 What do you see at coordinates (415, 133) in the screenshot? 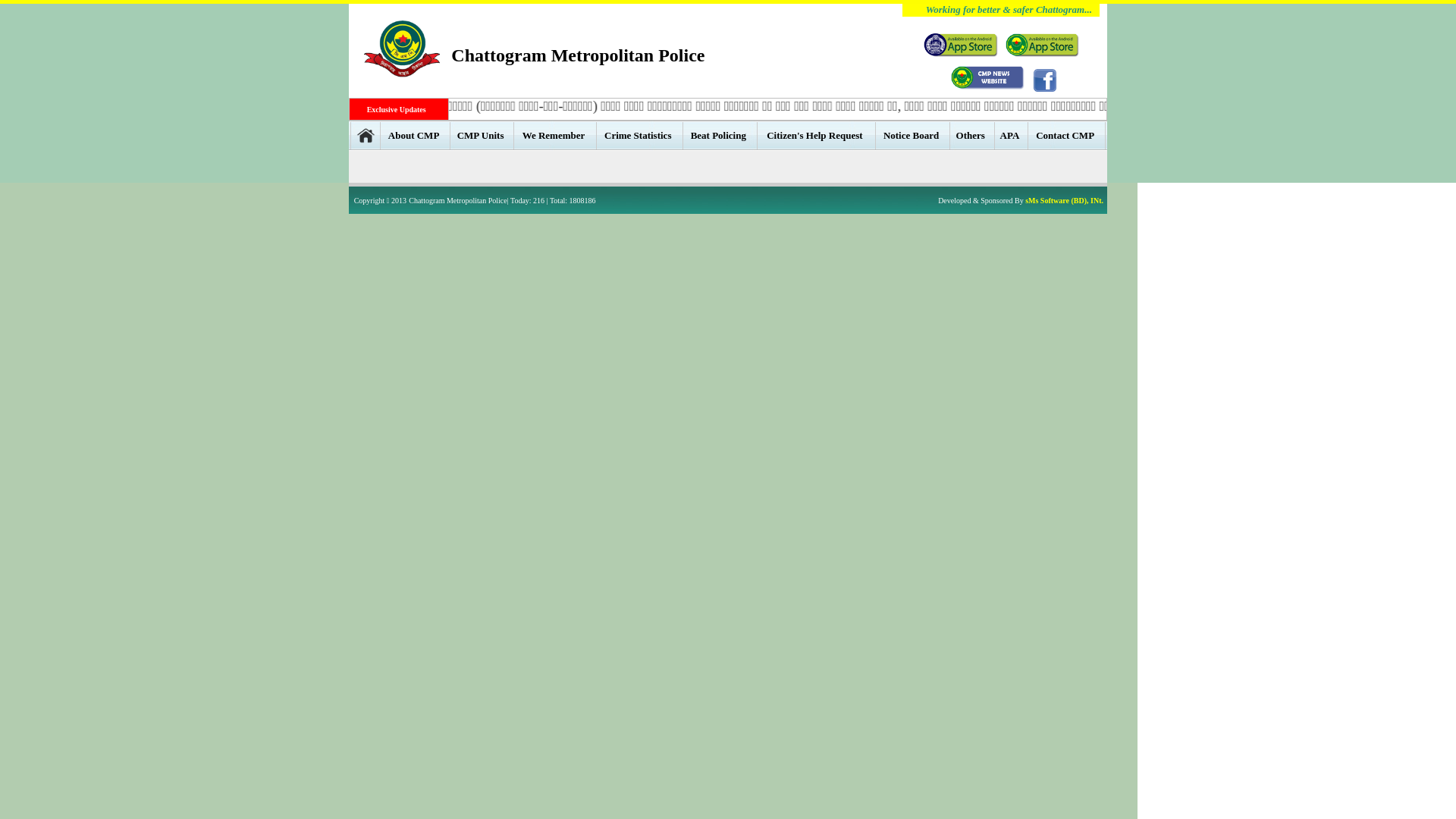
I see `'About CMP'` at bounding box center [415, 133].